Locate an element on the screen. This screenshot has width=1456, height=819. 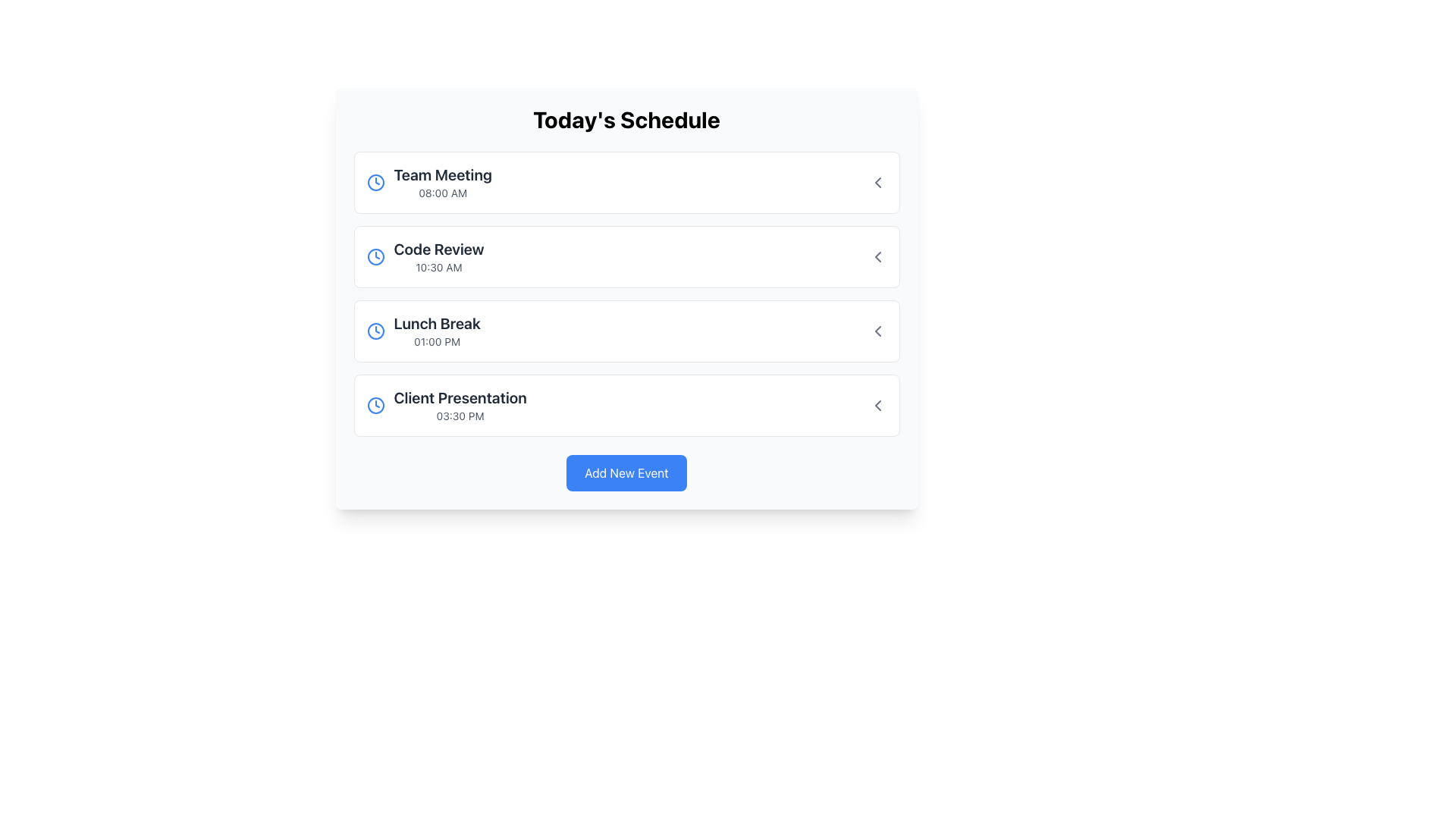
the clock icon that is part of the schedule entry for 'Code Review' at 10:30 AM, which is styled with a blue outline and located to the left of the entry text is located at coordinates (375, 256).